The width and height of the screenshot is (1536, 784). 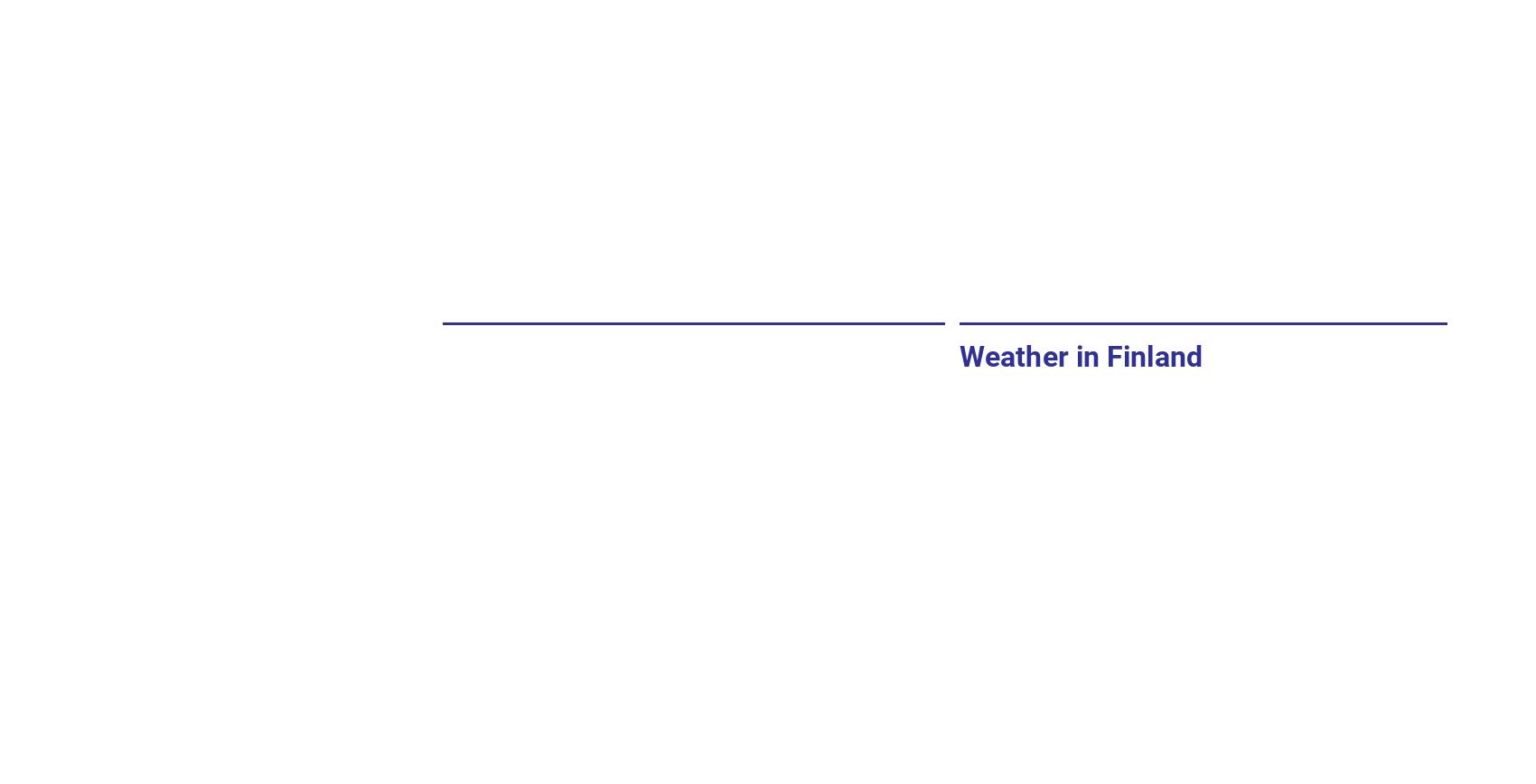 I want to click on 'An error occurred while searching for the weather radar animation. Please try again in a moment.', so click(x=456, y=428).